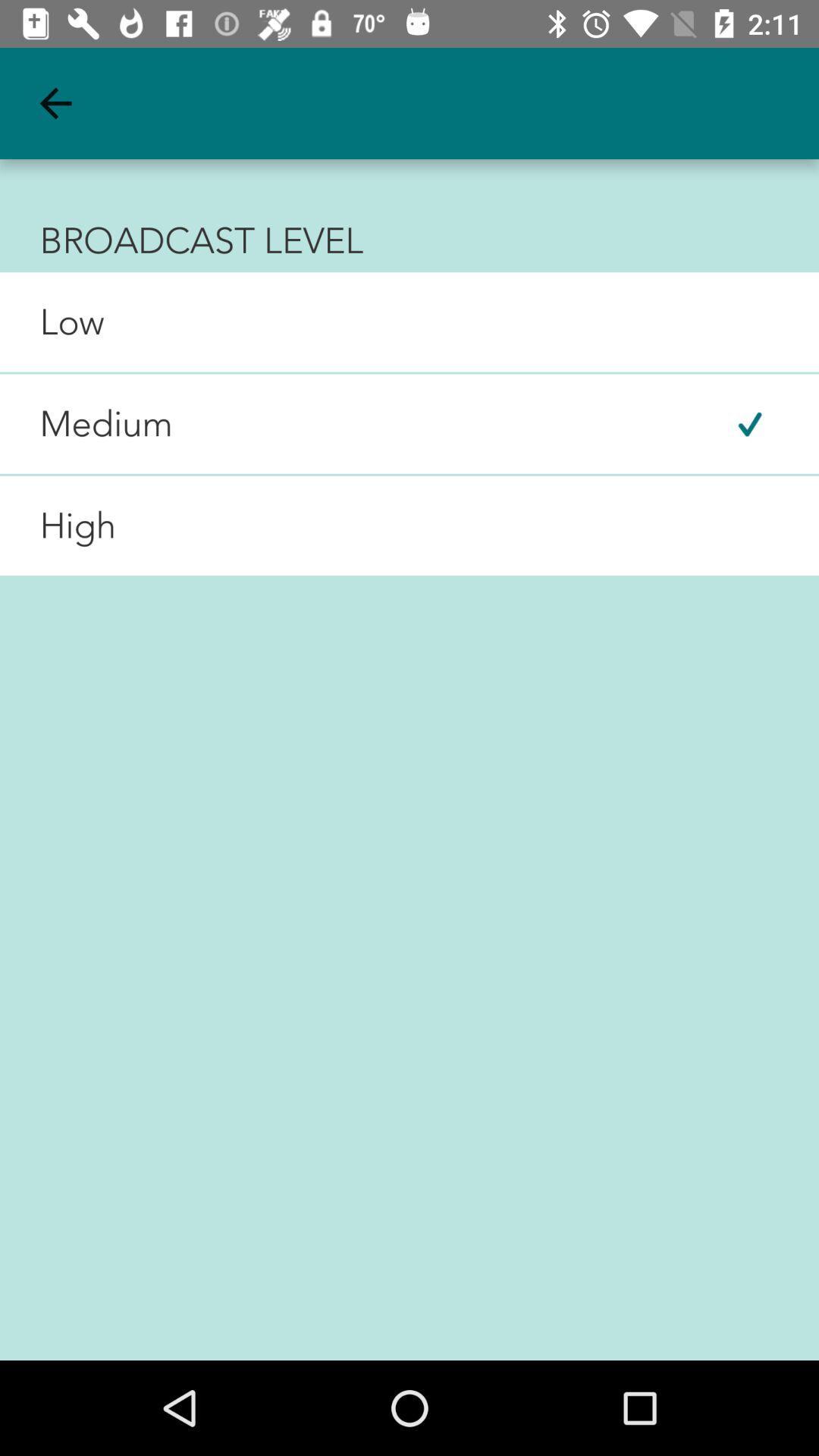 The height and width of the screenshot is (1456, 819). Describe the element at coordinates (51, 321) in the screenshot. I see `item below the broadcast level` at that location.